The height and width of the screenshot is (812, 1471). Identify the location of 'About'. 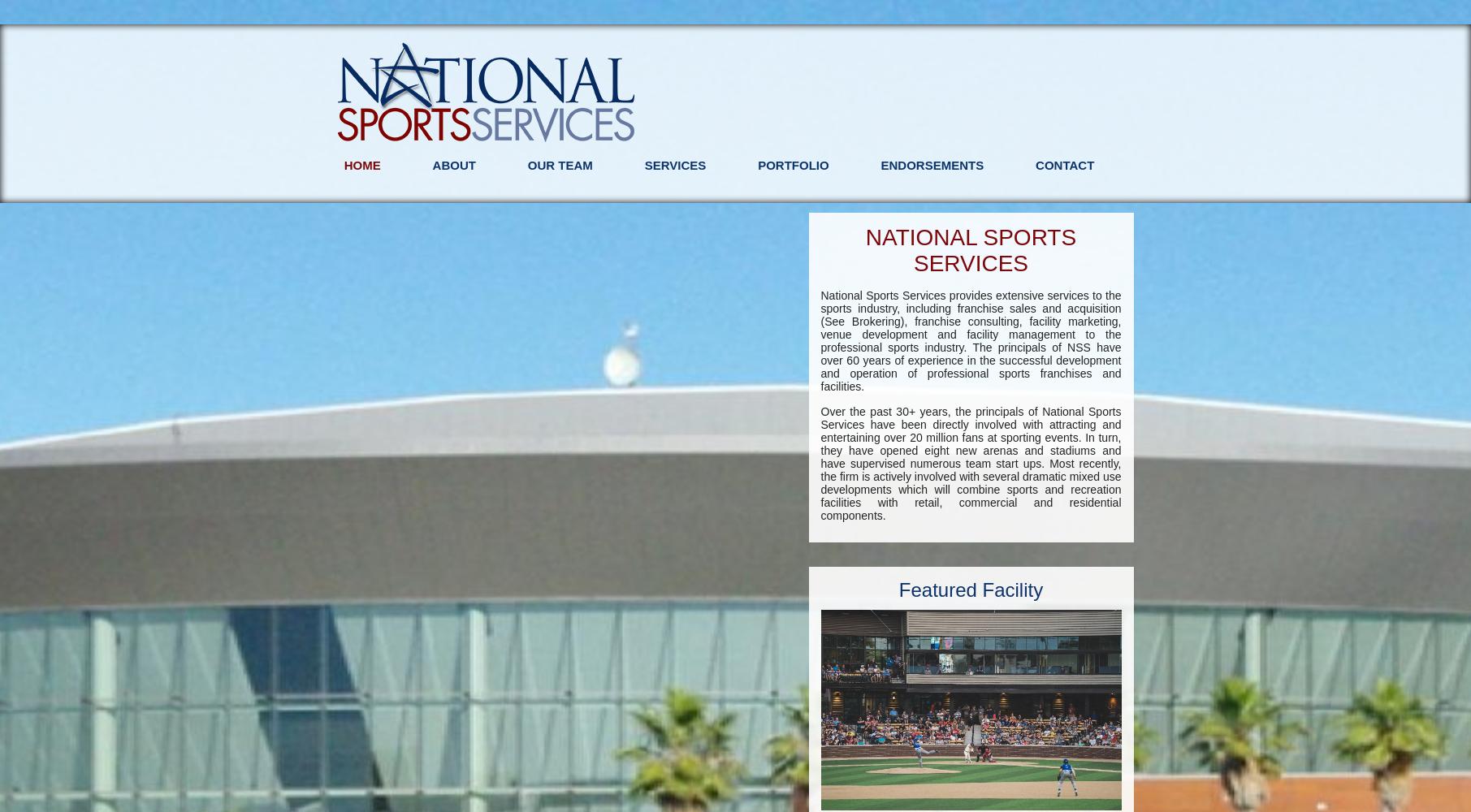
(452, 164).